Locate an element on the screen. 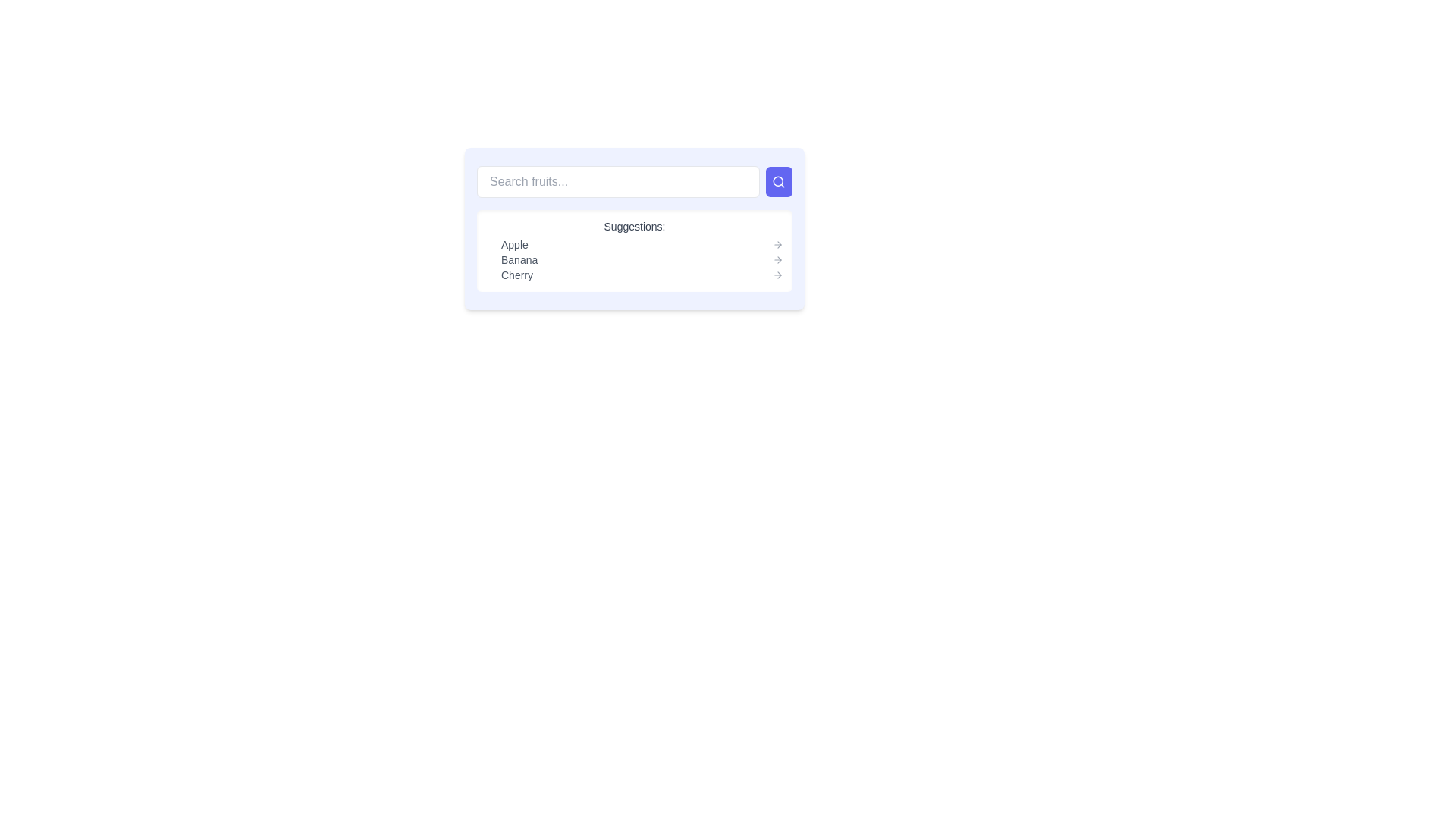 This screenshot has height=819, width=1456. the search button located at the top-right of the search bar, which triggers a hover effect is located at coordinates (779, 180).